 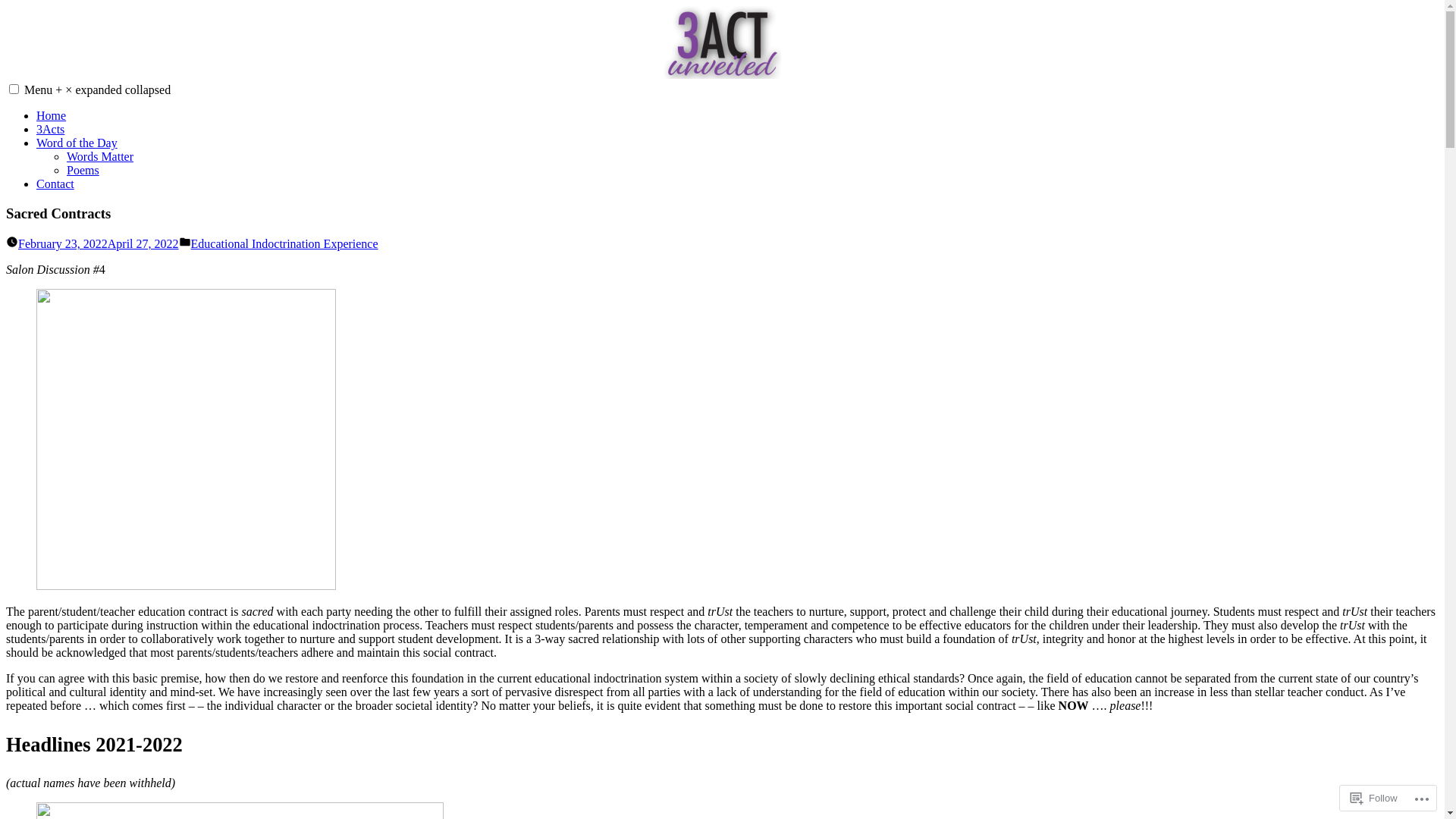 What do you see at coordinates (65, 170) in the screenshot?
I see `'Poems'` at bounding box center [65, 170].